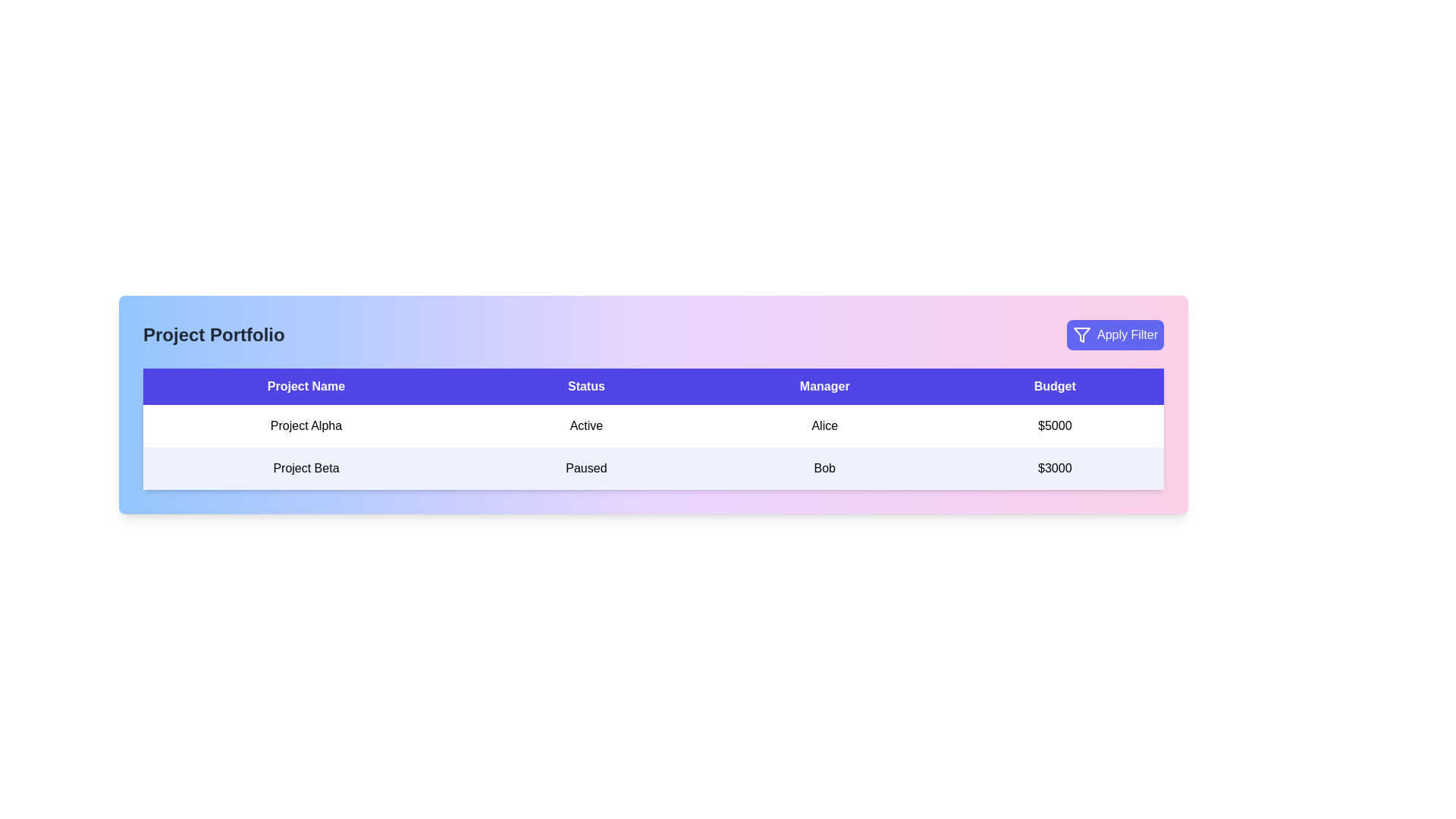 The height and width of the screenshot is (819, 1456). What do you see at coordinates (654, 426) in the screenshot?
I see `the first row of the data table which displays 'Project Alpha', 'Active', 'Alice', and '$5000'` at bounding box center [654, 426].